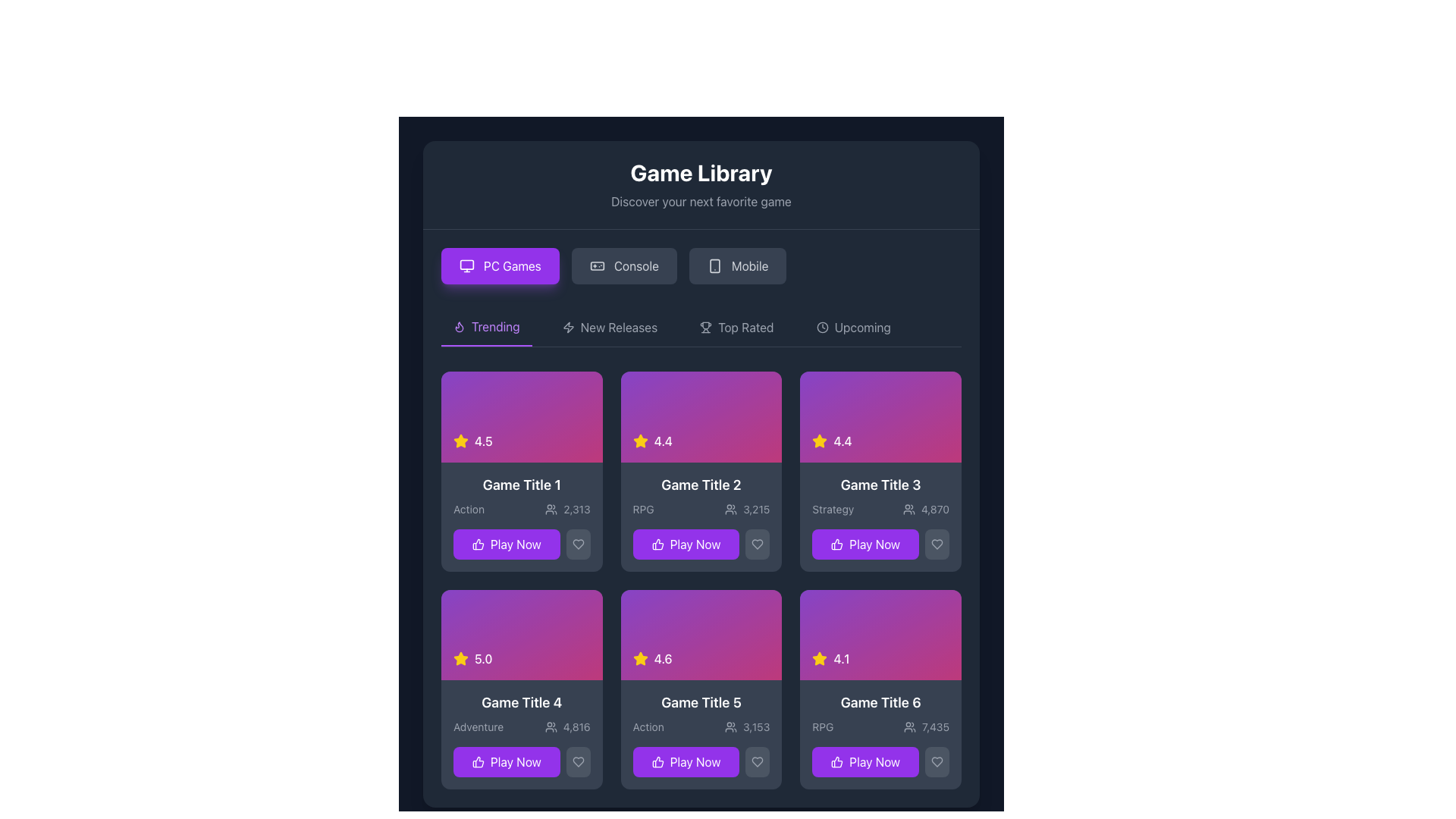 The height and width of the screenshot is (819, 1456). I want to click on the icon adjacent to the 'Play Now' text on the button located at the bottom center of each card in the grid layout to interact with the button, so click(477, 762).